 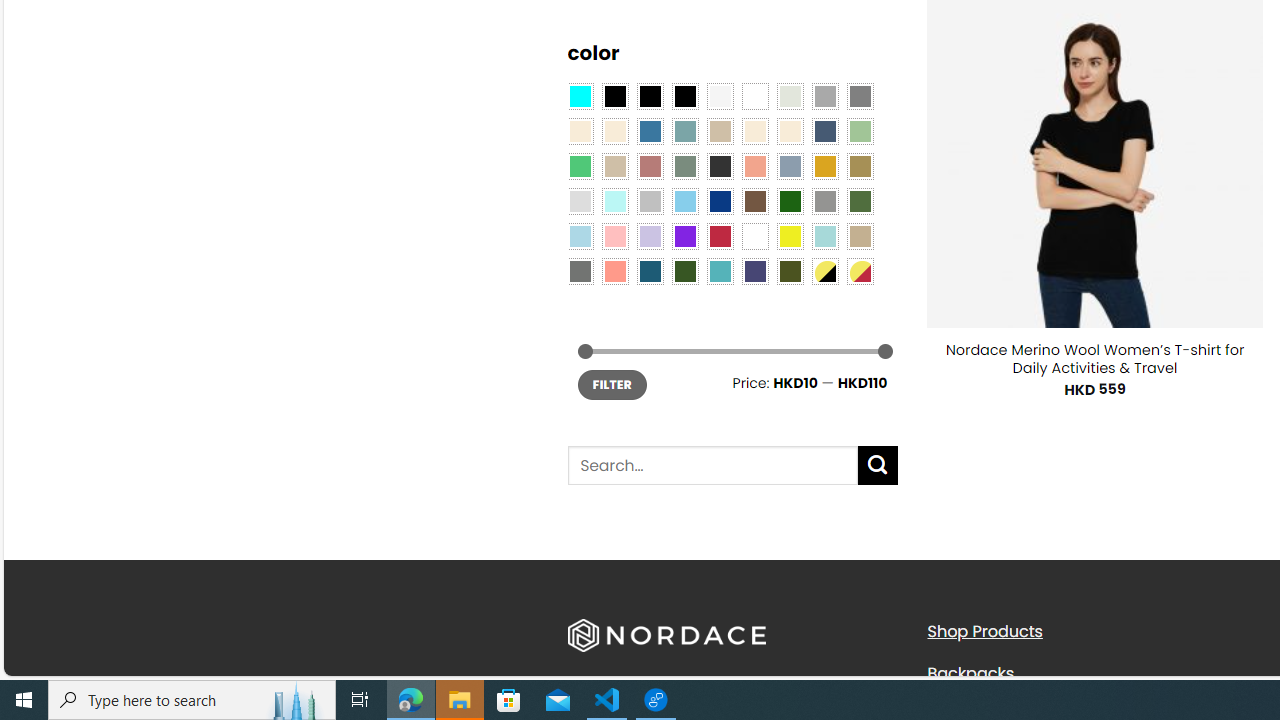 I want to click on 'Caramel', so click(x=754, y=131).